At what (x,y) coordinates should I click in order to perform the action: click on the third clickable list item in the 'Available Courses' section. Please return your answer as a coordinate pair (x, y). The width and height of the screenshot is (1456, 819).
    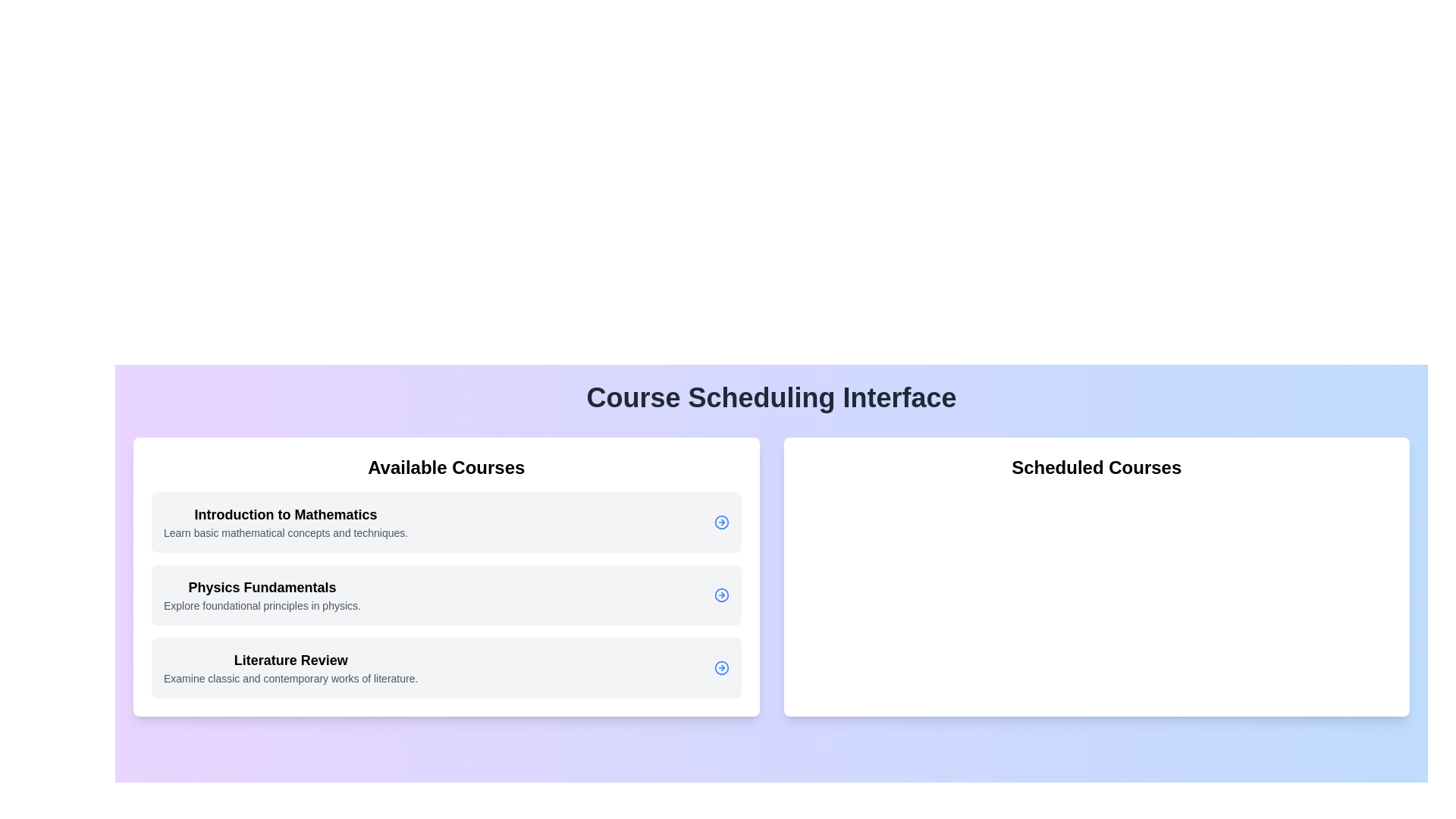
    Looking at the image, I should click on (445, 667).